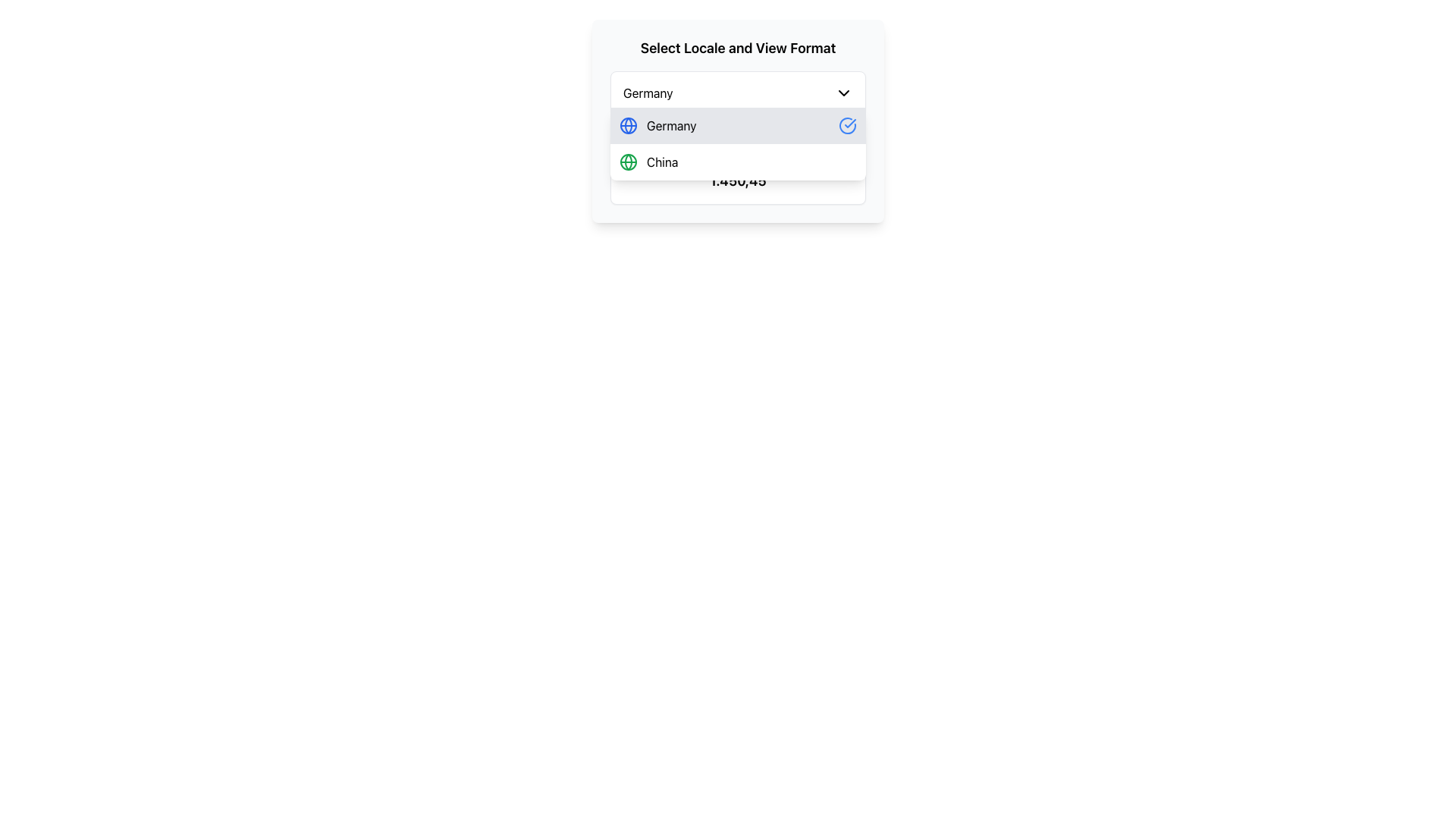 The image size is (1456, 819). I want to click on the second item in the dropdown menu, so click(738, 143).